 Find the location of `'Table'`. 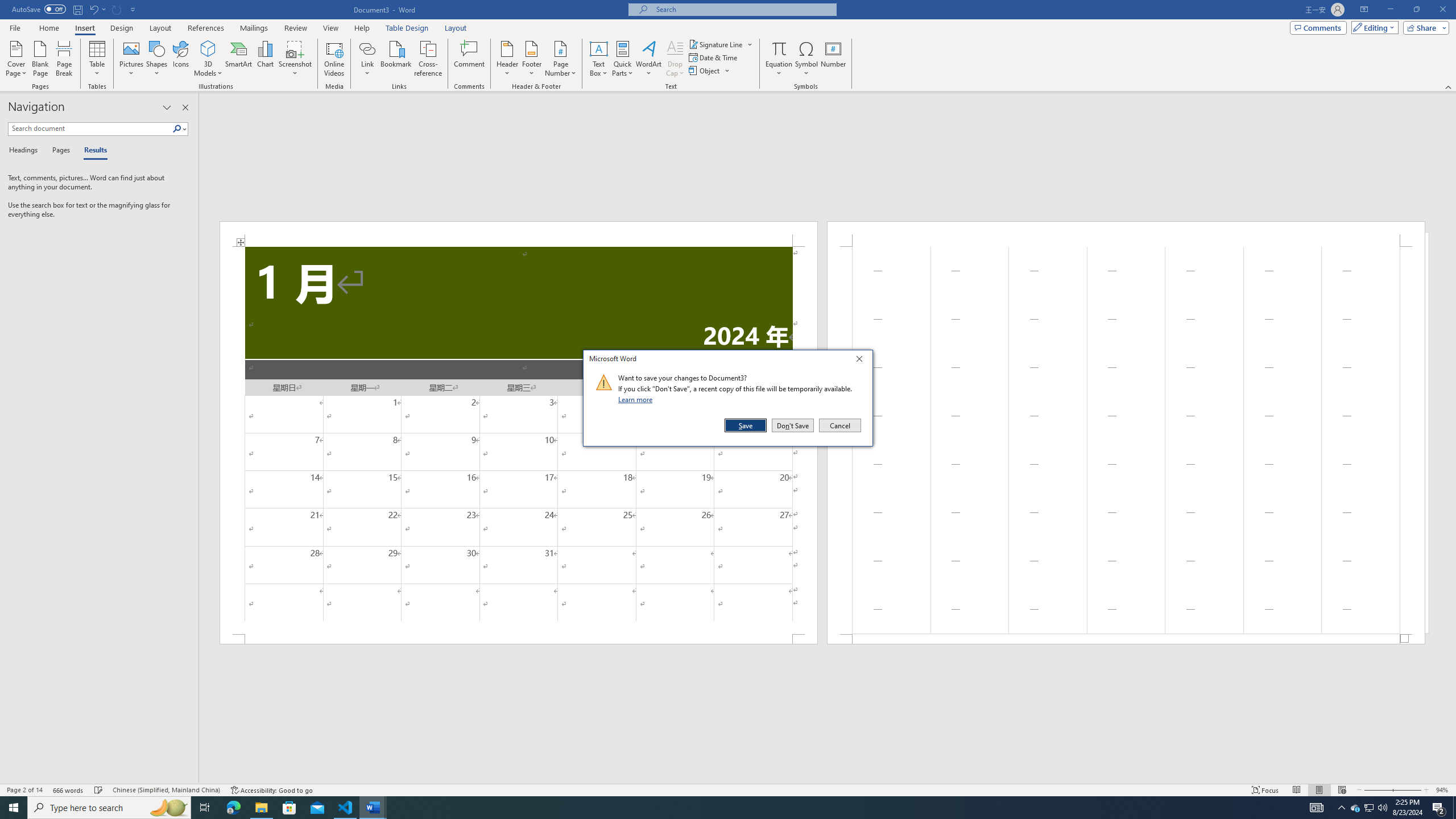

'Table' is located at coordinates (97, 59).